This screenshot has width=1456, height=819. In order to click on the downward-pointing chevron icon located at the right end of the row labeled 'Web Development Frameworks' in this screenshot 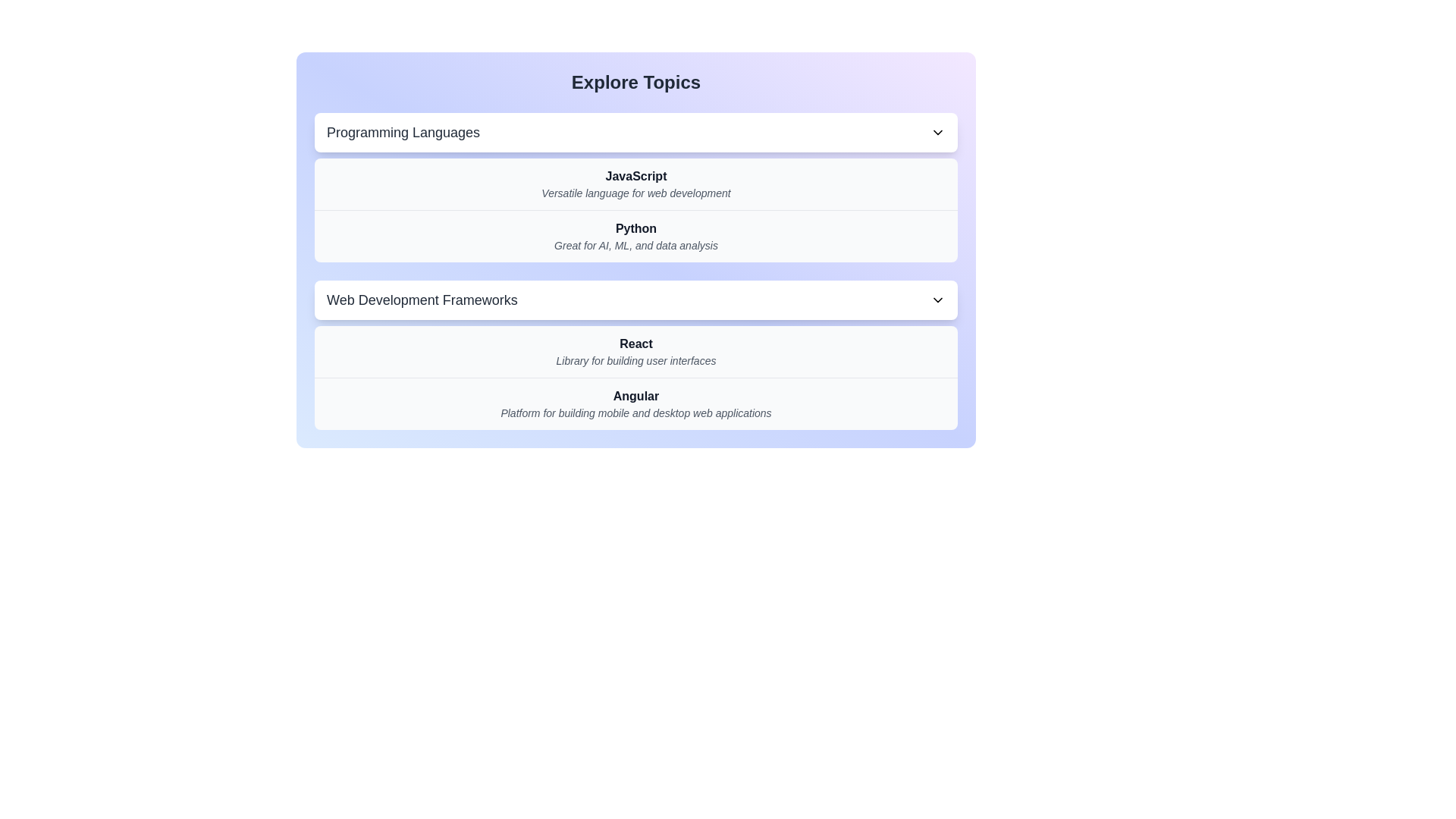, I will do `click(937, 300)`.